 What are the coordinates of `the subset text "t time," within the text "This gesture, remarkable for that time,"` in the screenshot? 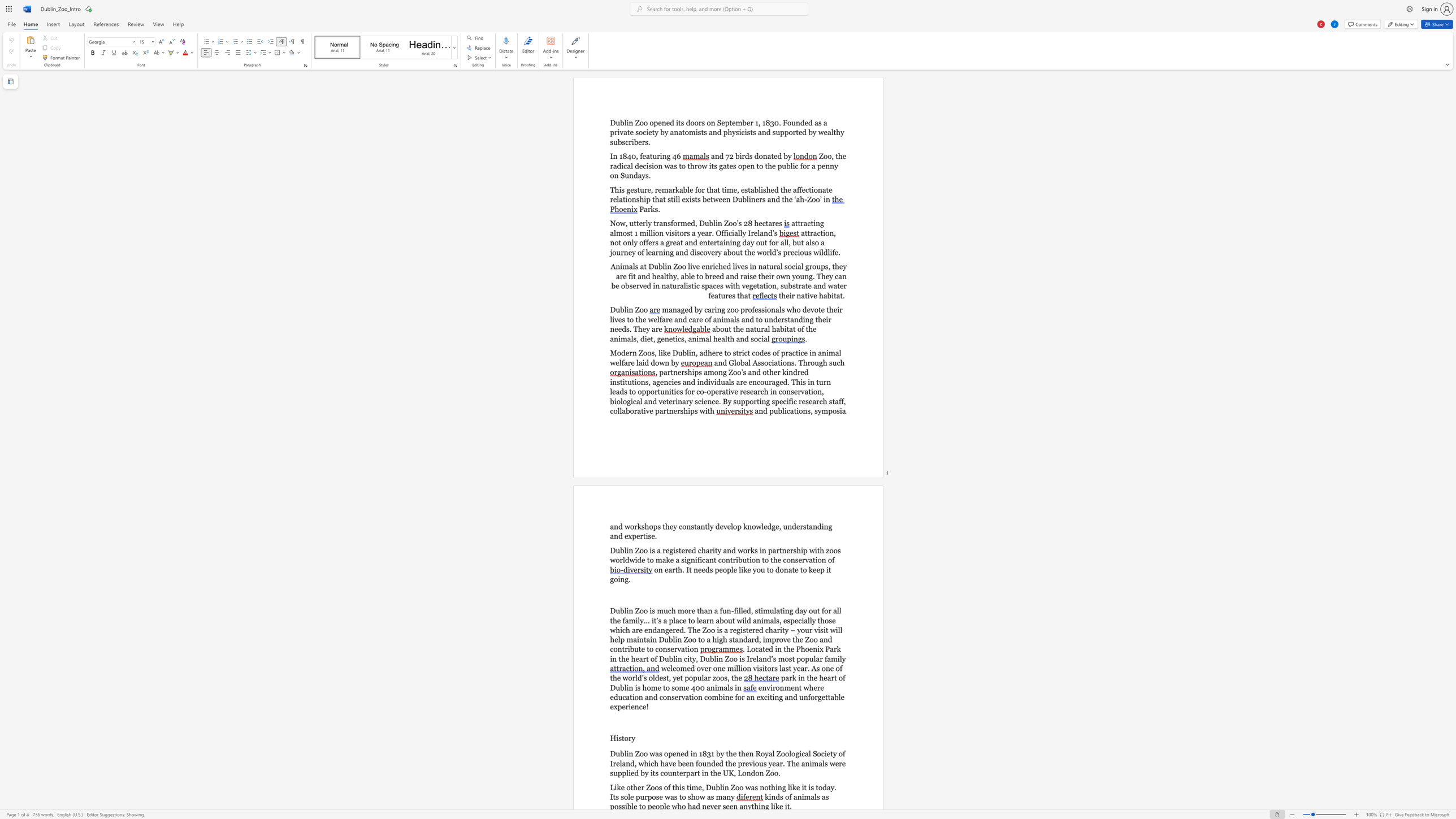 It's located at (717, 189).